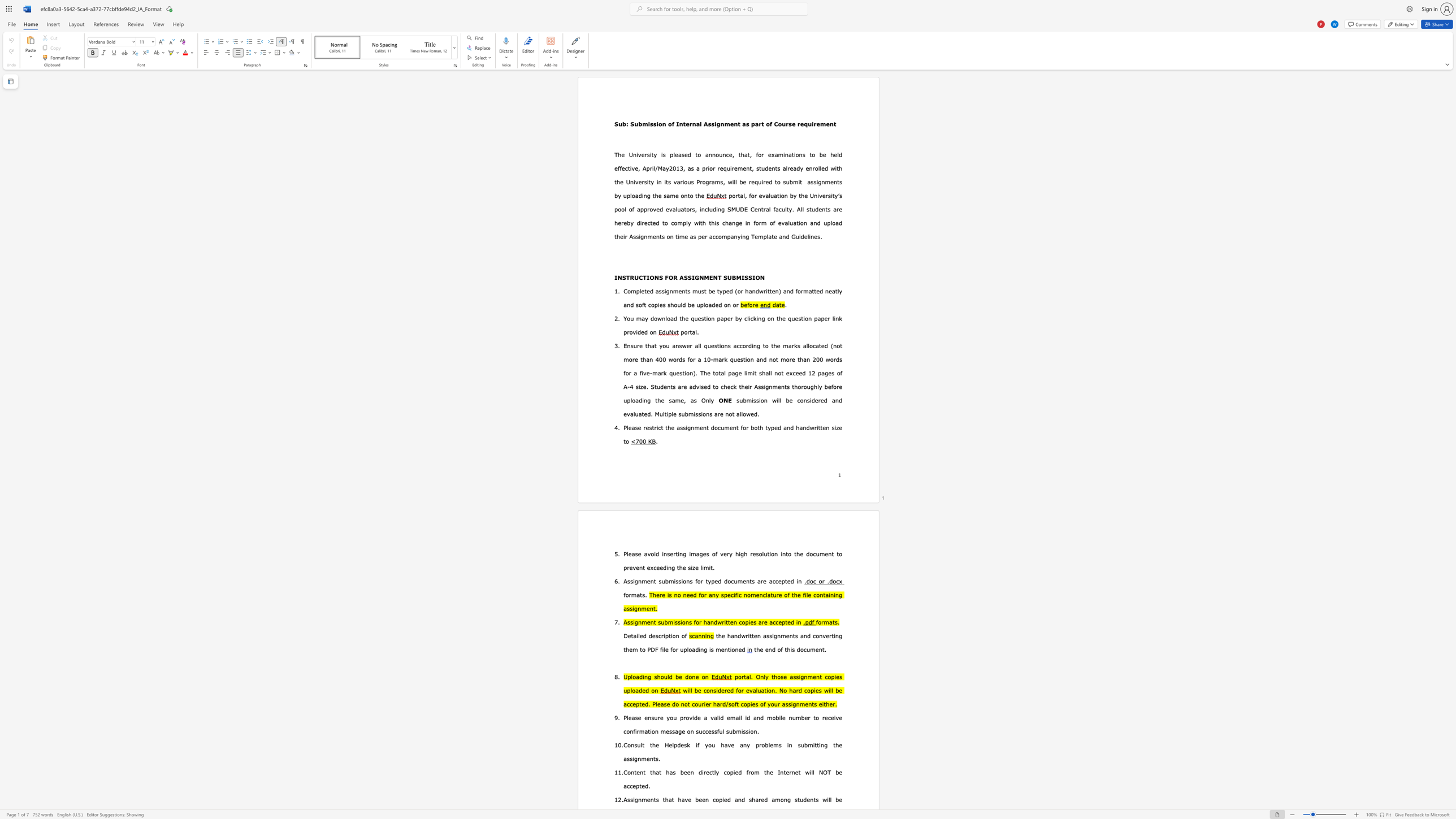 The image size is (1456, 819). What do you see at coordinates (671, 636) in the screenshot?
I see `the subset text "ion" within the text "Detailed description of"` at bounding box center [671, 636].